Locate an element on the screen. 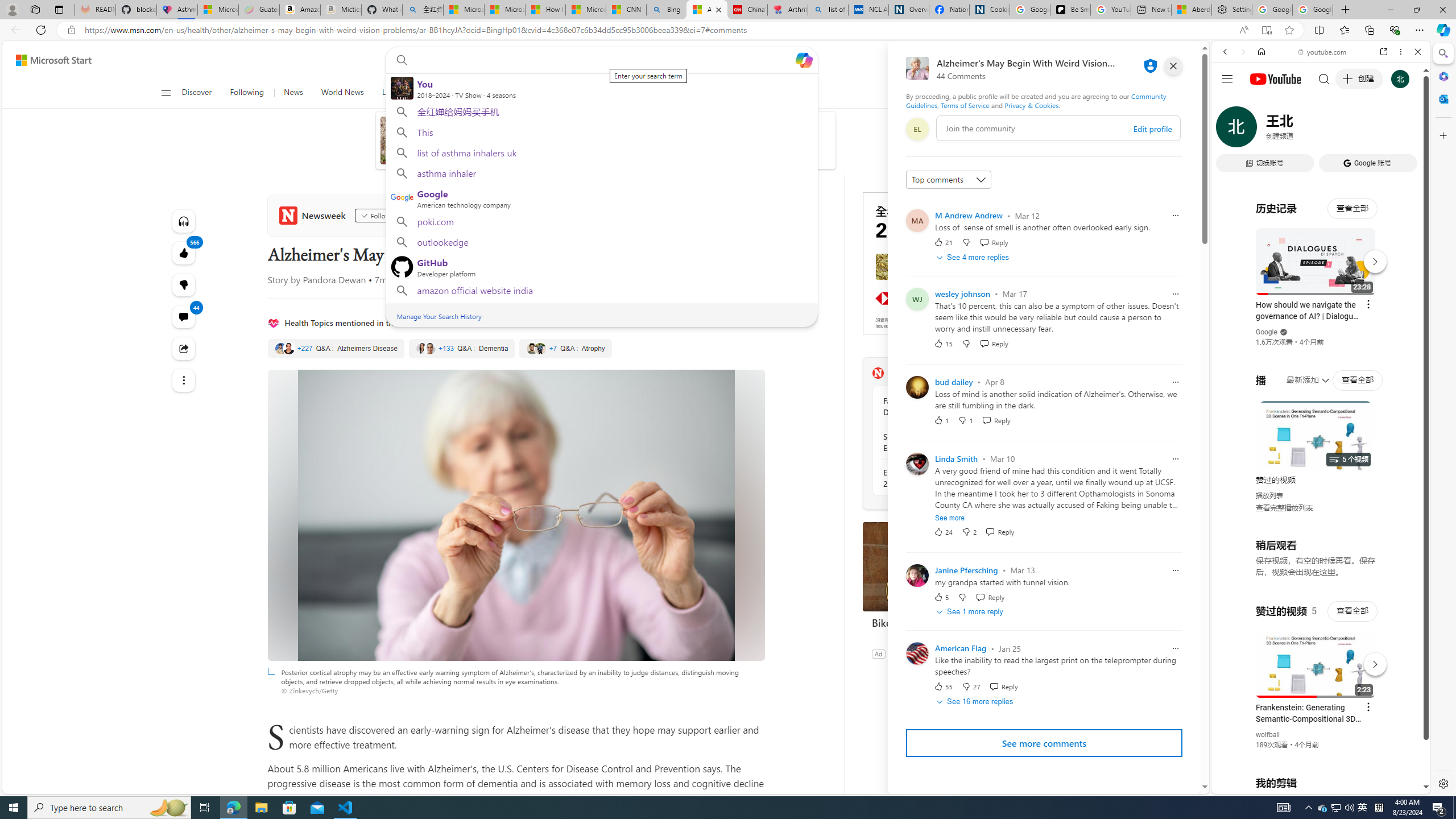  'Alzheimers Disease' is located at coordinates (336, 348).